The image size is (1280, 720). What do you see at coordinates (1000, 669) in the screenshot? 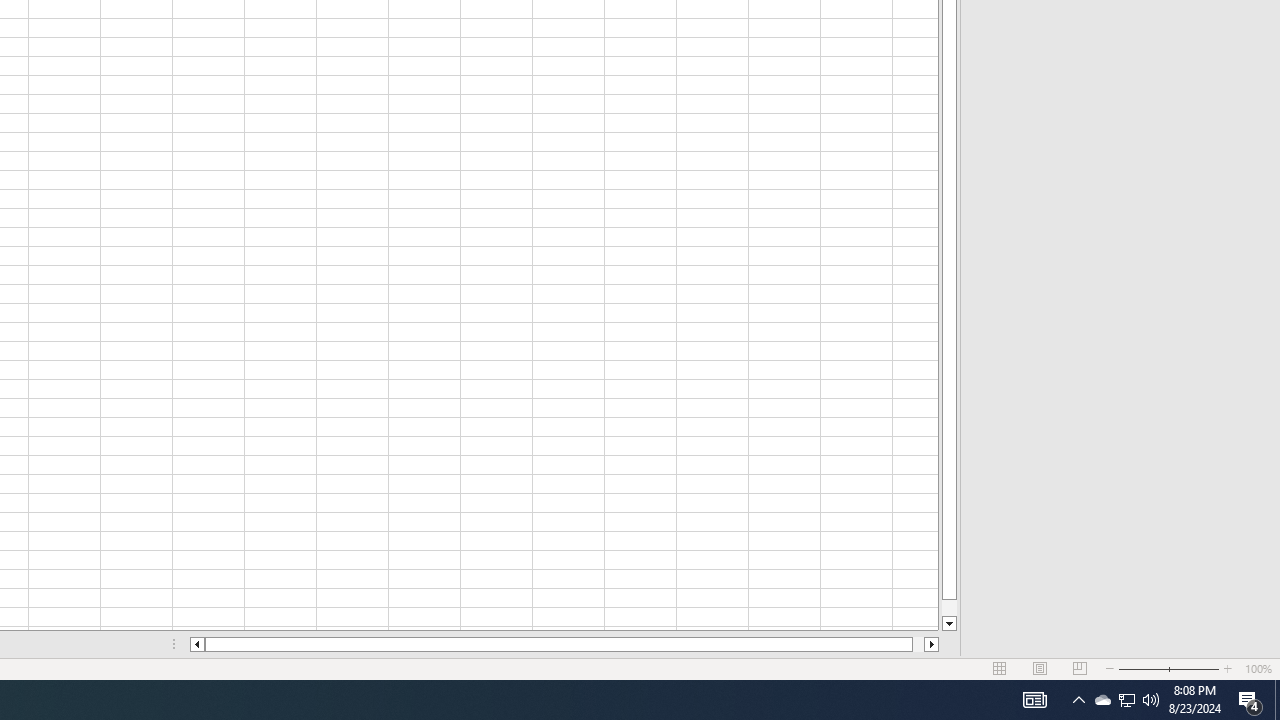
I see `'Normal'` at bounding box center [1000, 669].